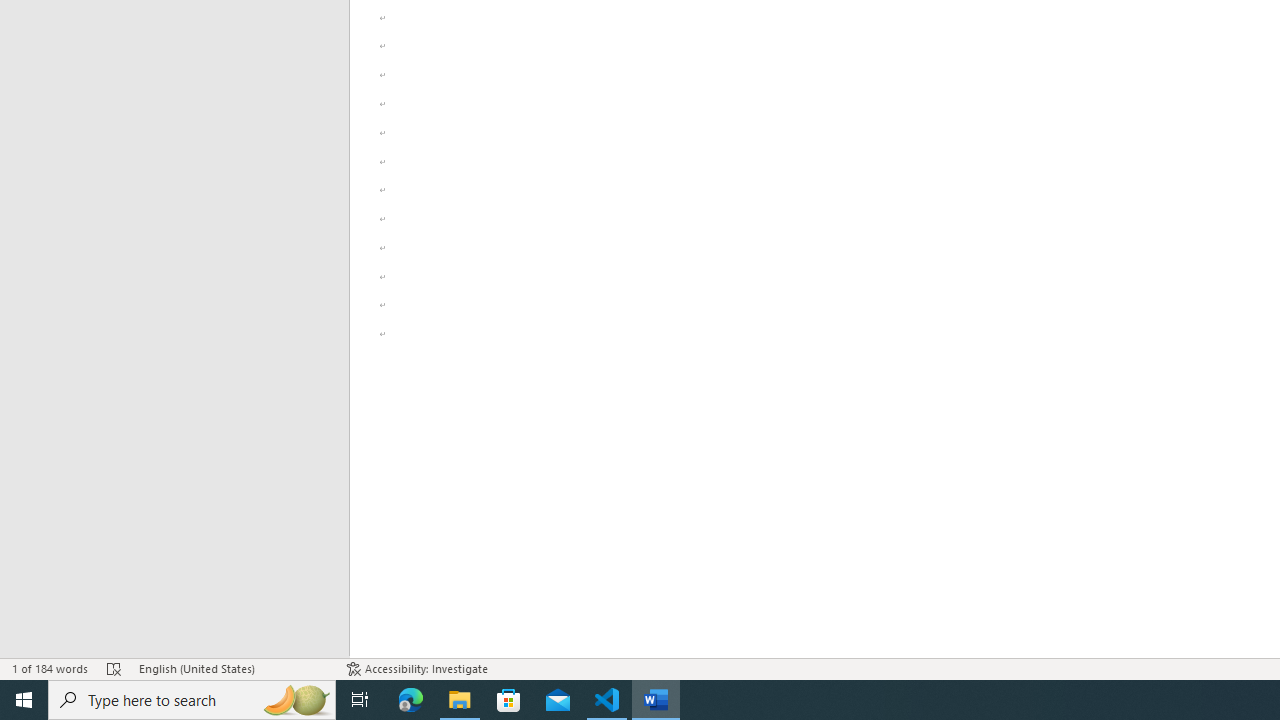 This screenshot has height=720, width=1280. What do you see at coordinates (113, 669) in the screenshot?
I see `'Spelling and Grammar Check Errors'` at bounding box center [113, 669].